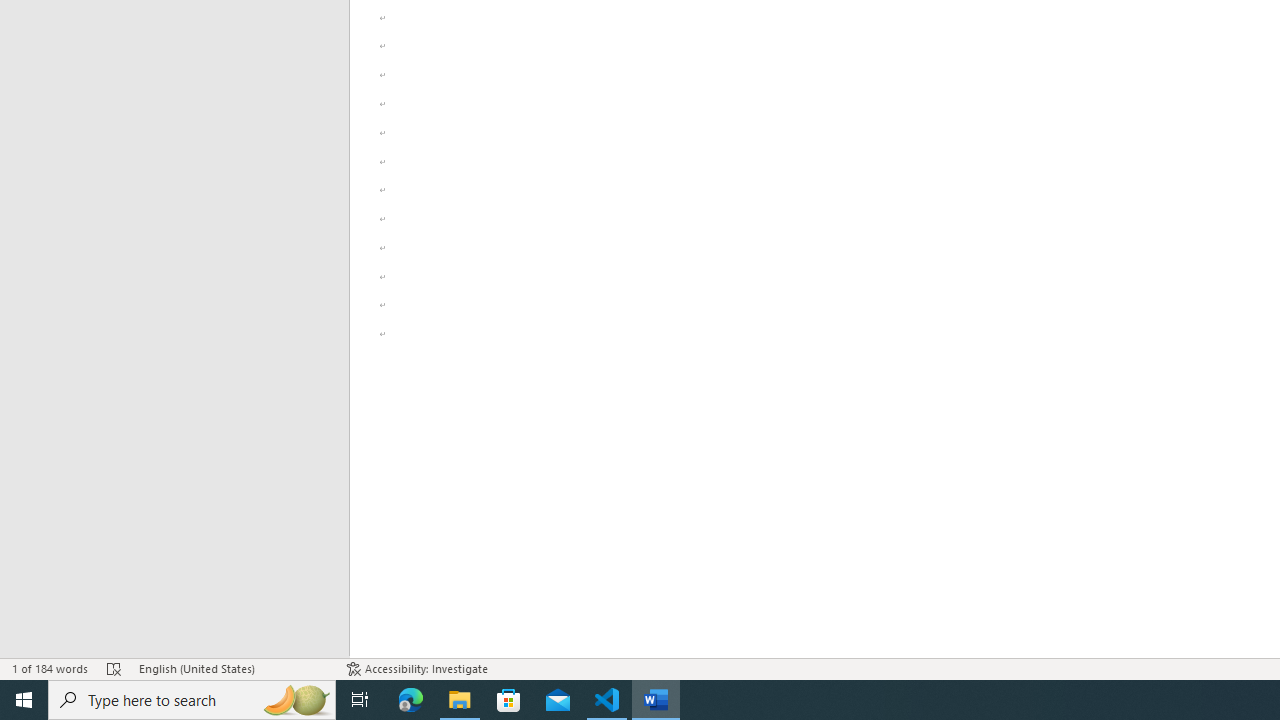 This screenshot has height=720, width=1280. What do you see at coordinates (113, 669) in the screenshot?
I see `'Spelling and Grammar Check Errors'` at bounding box center [113, 669].